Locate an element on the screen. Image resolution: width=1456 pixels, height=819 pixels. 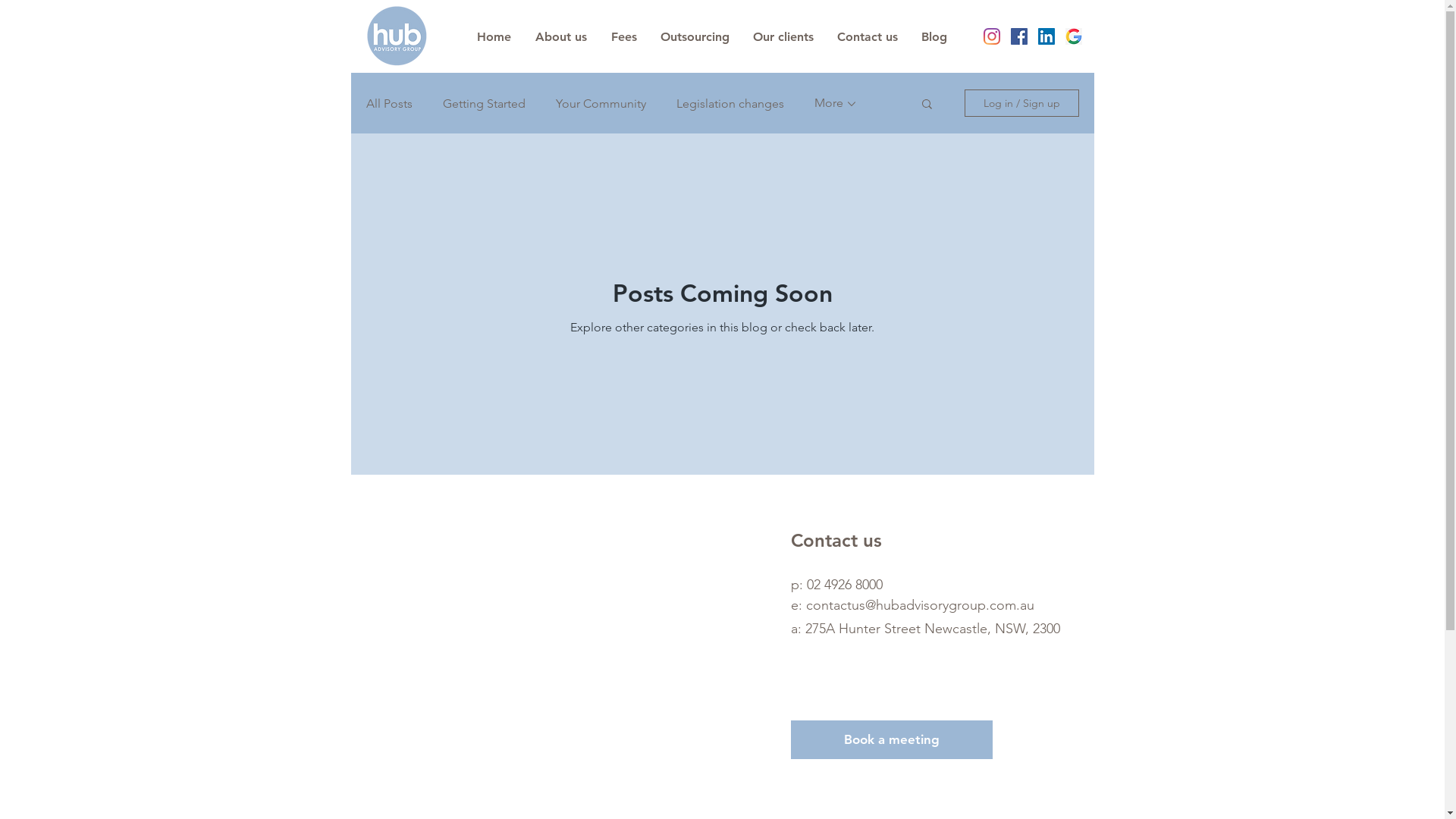
'Legislation changes' is located at coordinates (730, 102).